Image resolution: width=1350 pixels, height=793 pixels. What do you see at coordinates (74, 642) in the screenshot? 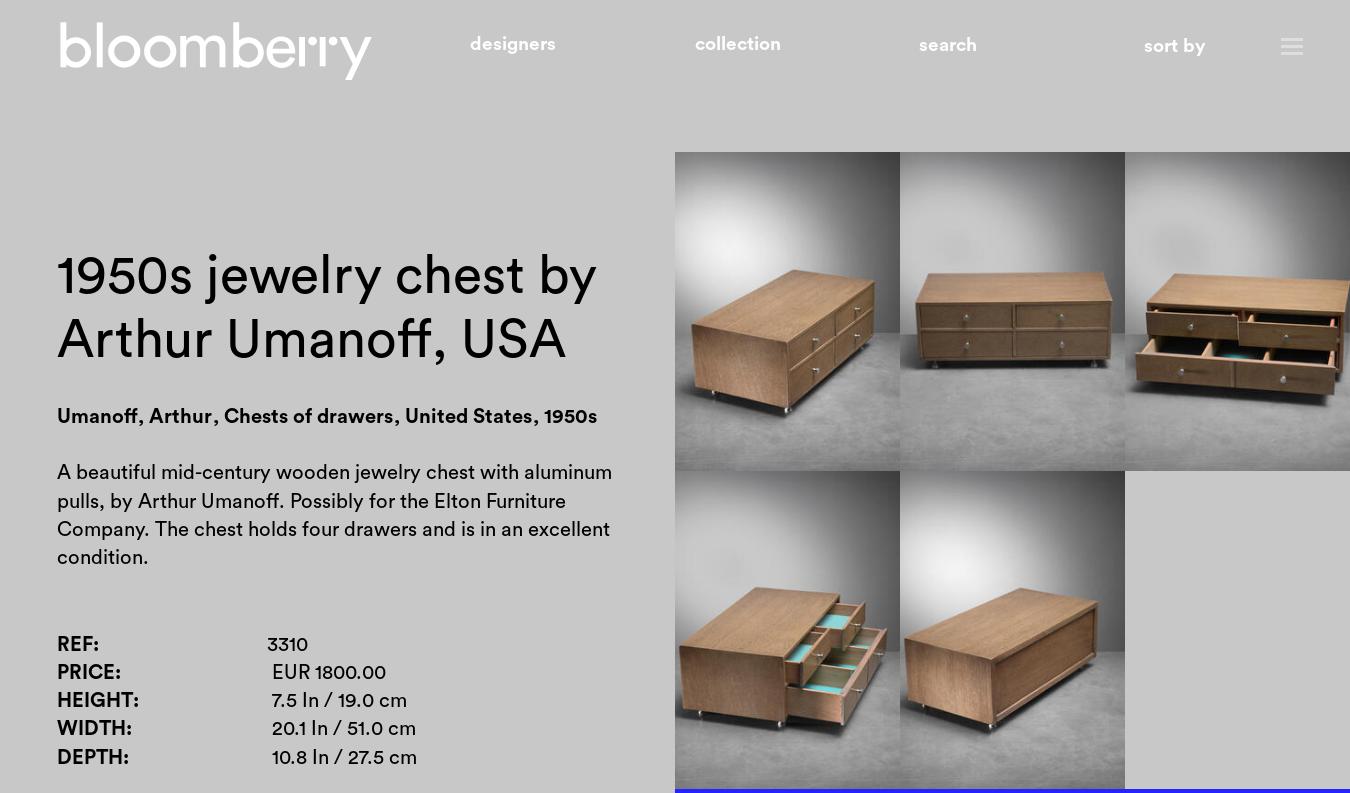
I see `'Ref'` at bounding box center [74, 642].